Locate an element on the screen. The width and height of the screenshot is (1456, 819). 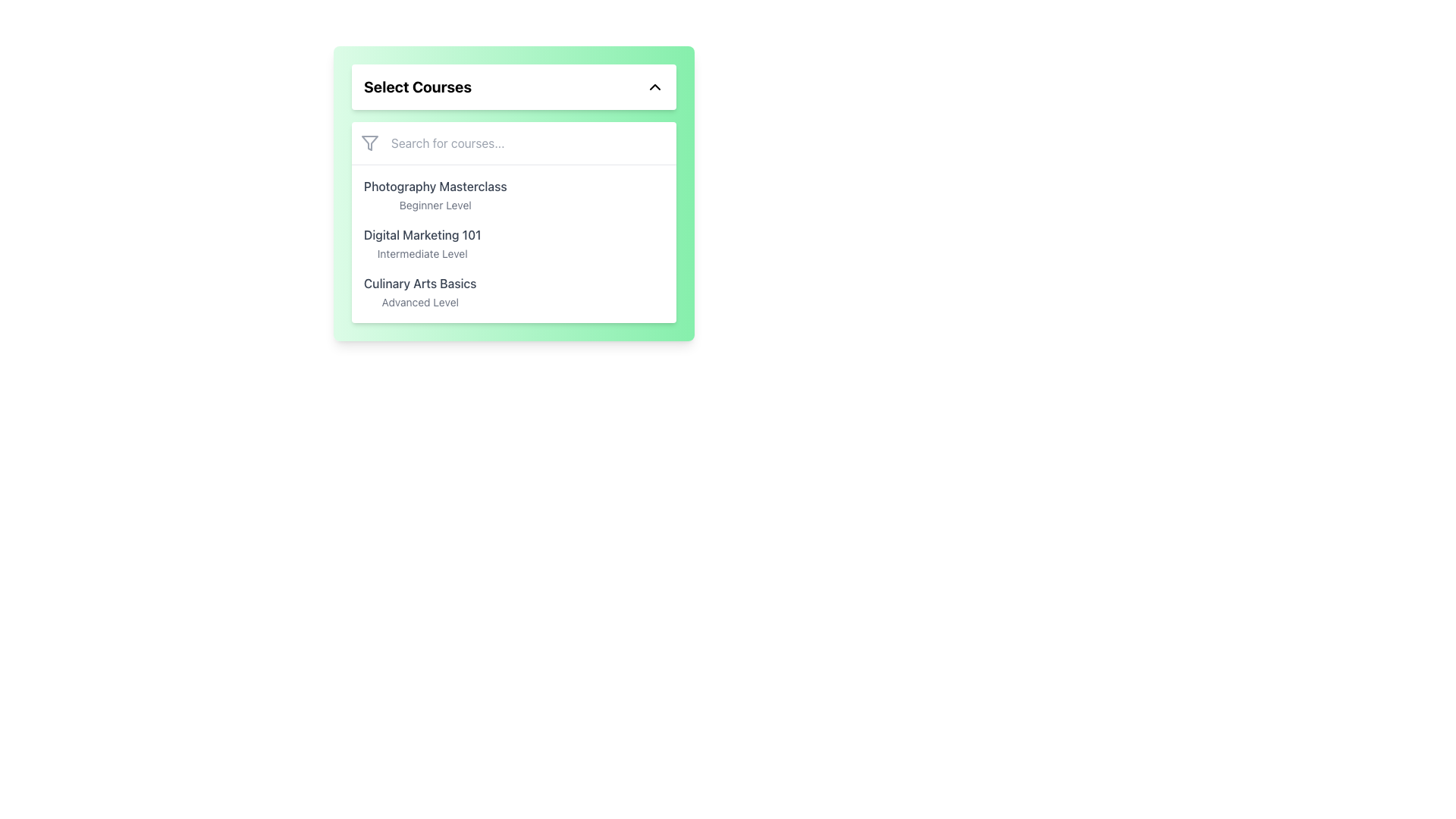
the text label displaying 'Advanced Level', which is styled in a smaller gray font and located under the 'Culinary Arts Basics' title in the dropdown menu under 'Select Courses' is located at coordinates (420, 302).